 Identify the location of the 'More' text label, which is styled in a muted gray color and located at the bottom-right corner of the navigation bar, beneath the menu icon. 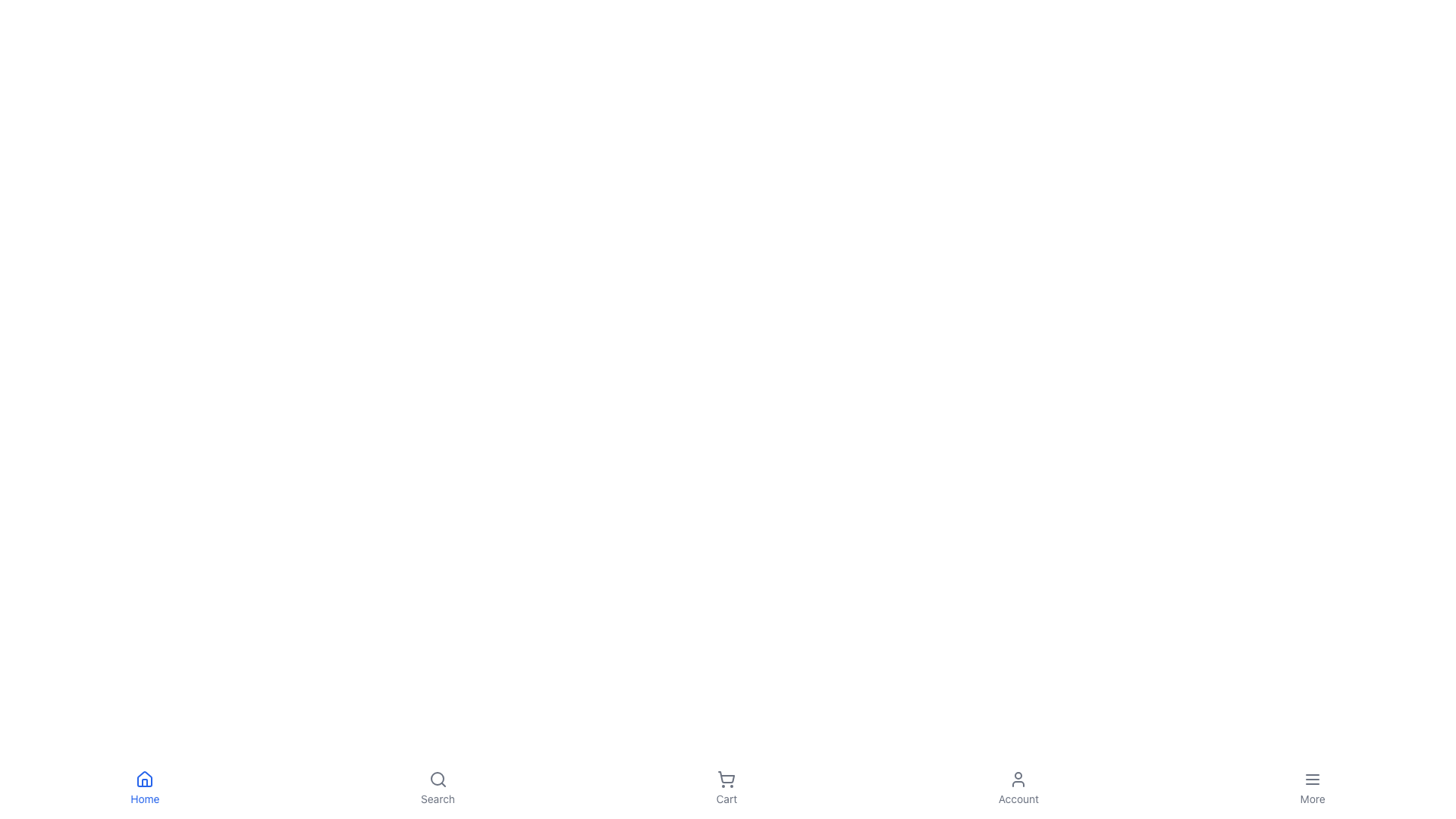
(1312, 798).